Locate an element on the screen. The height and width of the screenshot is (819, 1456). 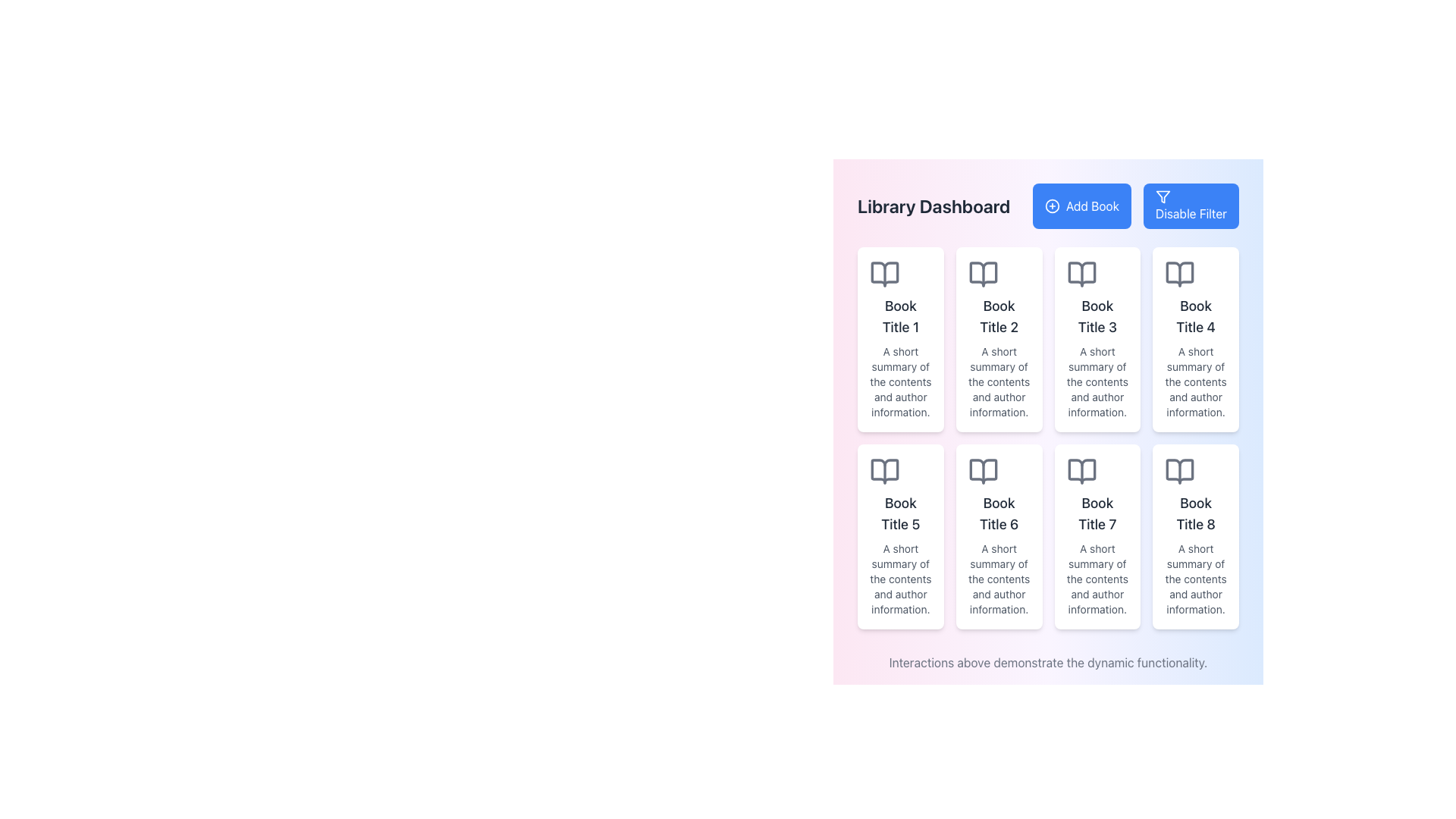
the book card displaying information about the book, located in the second column and second row of the grid, between 'Book Title 6' and 'Book Title 8' is located at coordinates (1097, 536).